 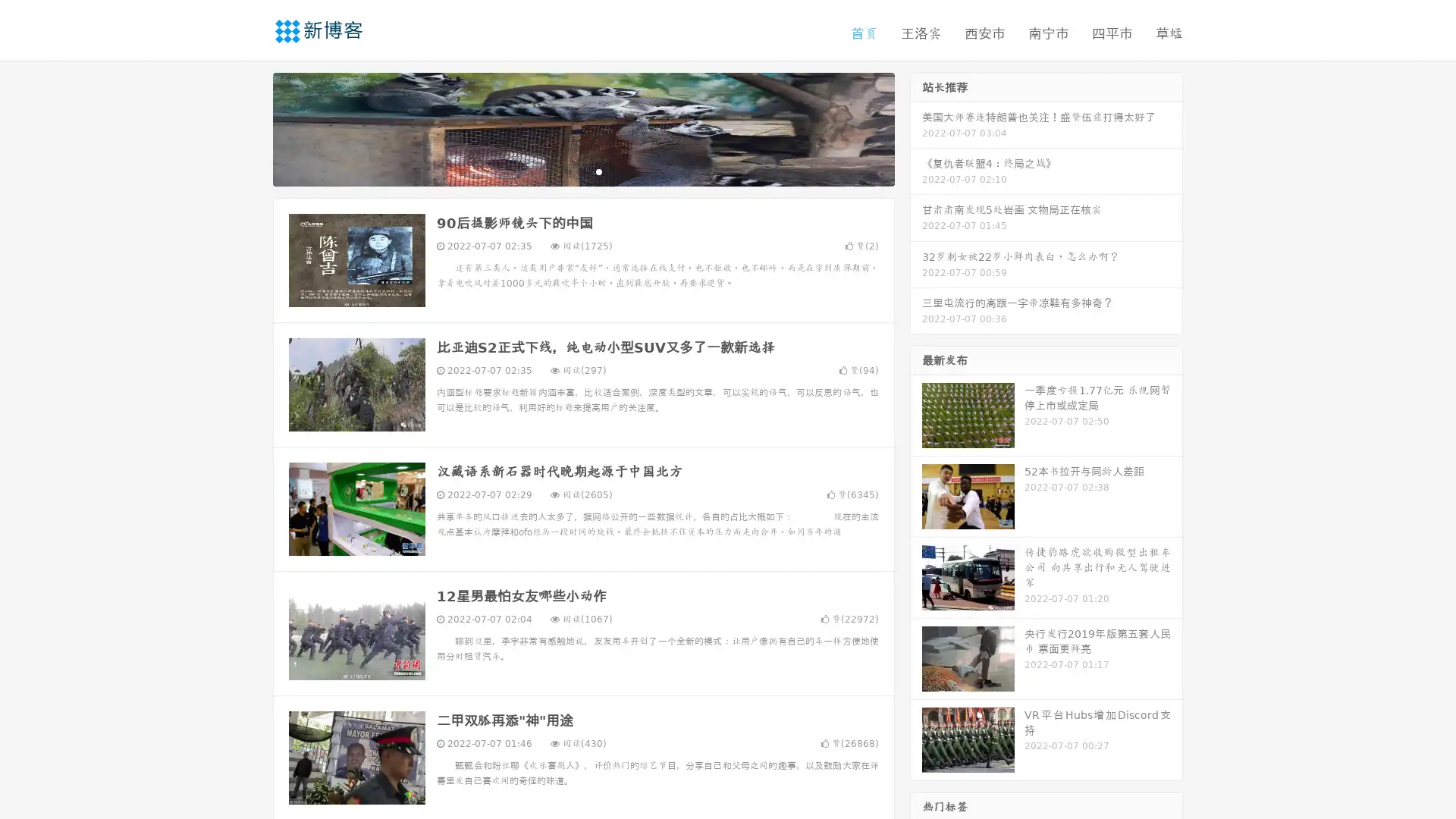 I want to click on Go to slide 2, so click(x=582, y=171).